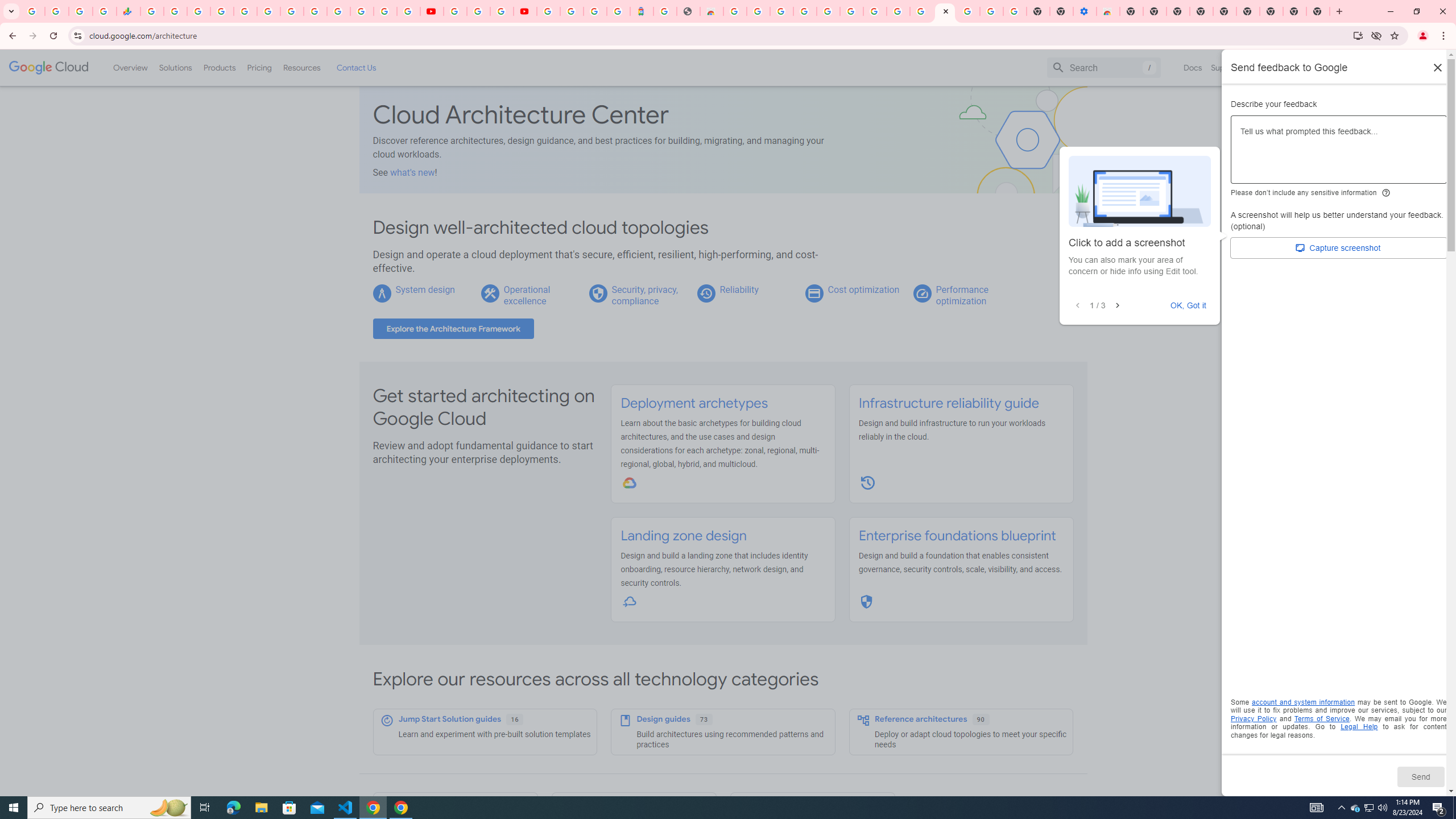 The height and width of the screenshot is (819, 1456). Describe the element at coordinates (640, 11) in the screenshot. I see `'Atour Hotel - Google hotels'` at that location.